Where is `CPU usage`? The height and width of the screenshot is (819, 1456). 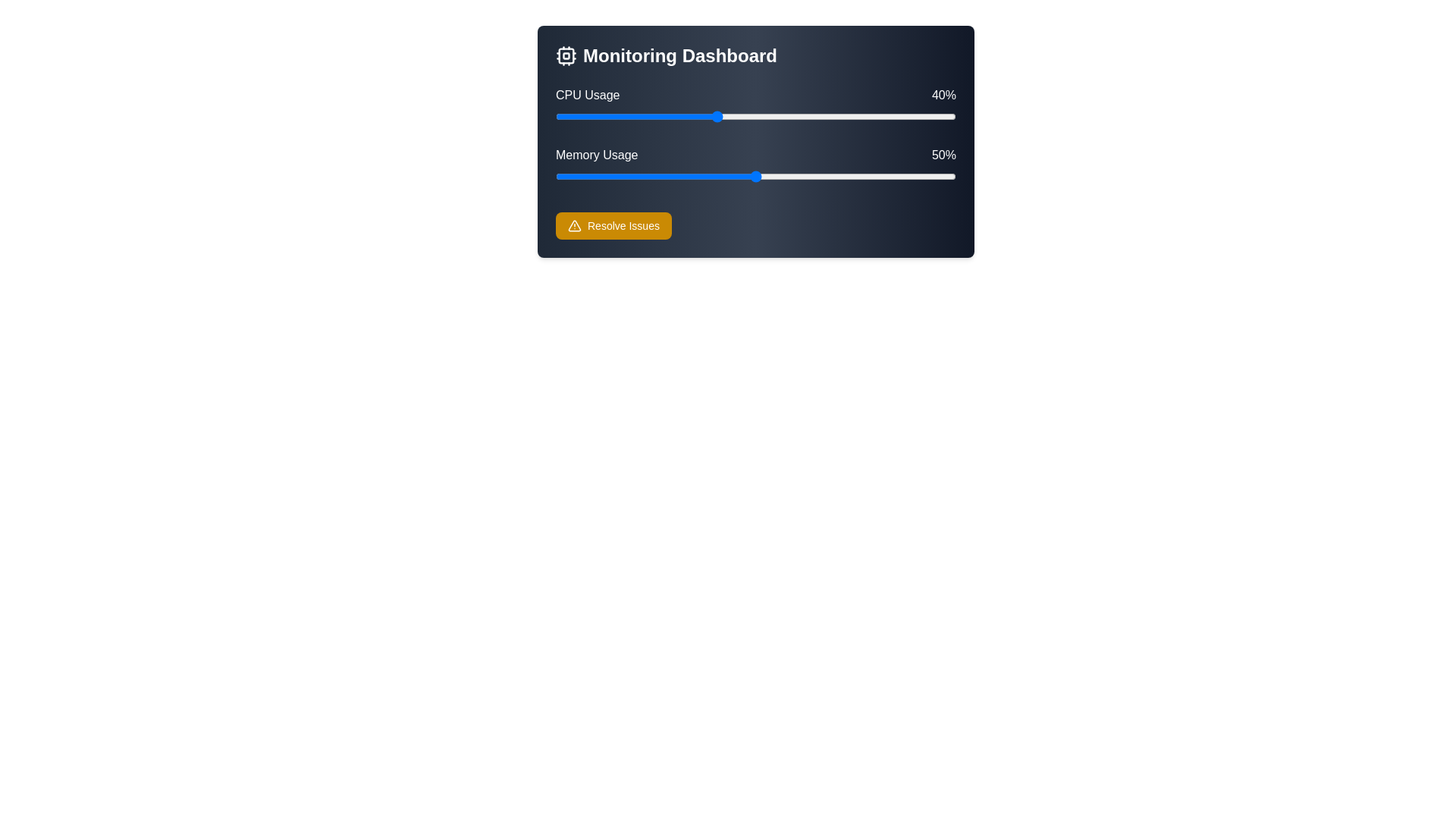
CPU usage is located at coordinates (599, 116).